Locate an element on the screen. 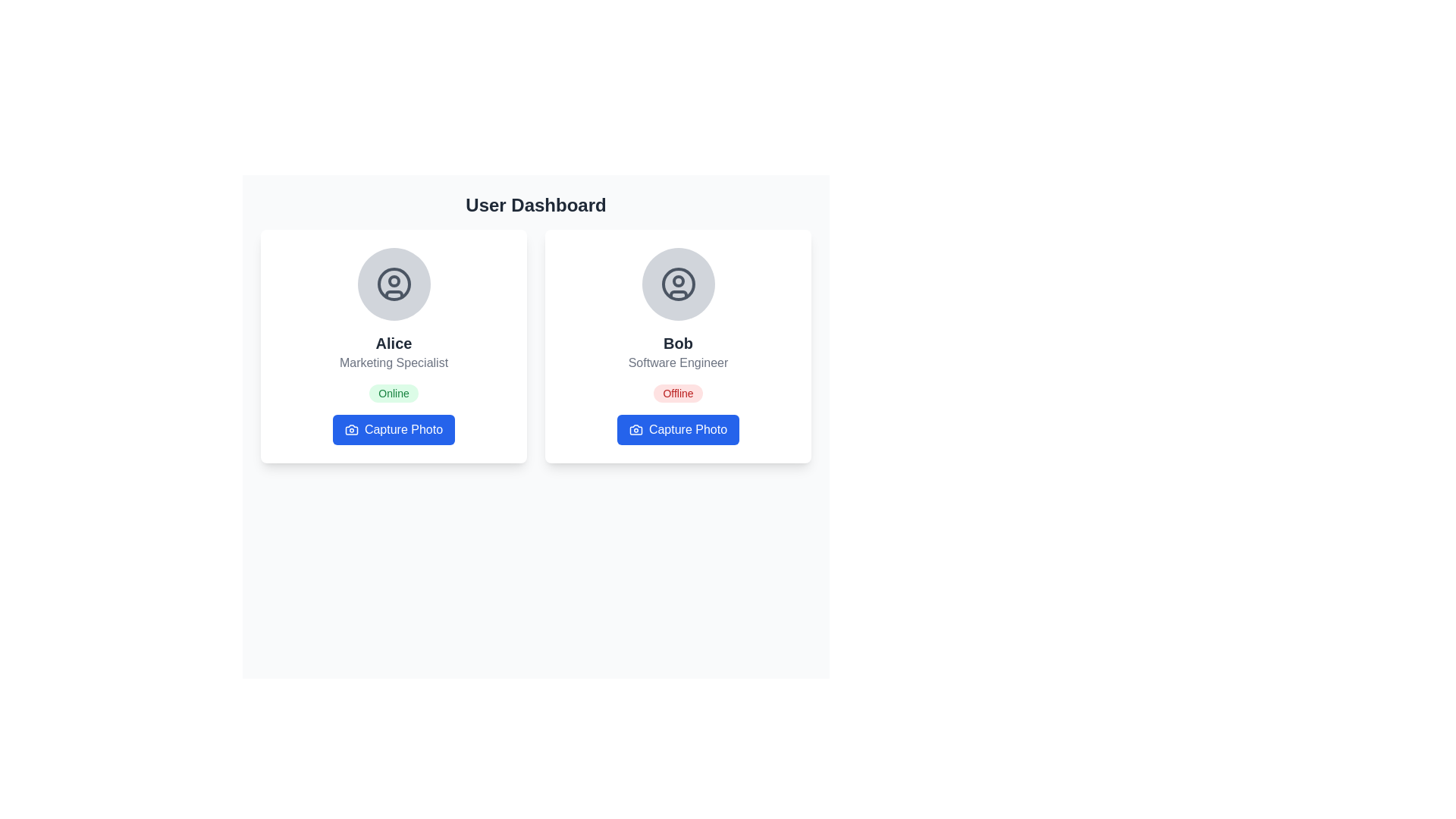  the text label displaying 'Bob' in bold, black font, located in the center of the second user card from the left is located at coordinates (677, 343).